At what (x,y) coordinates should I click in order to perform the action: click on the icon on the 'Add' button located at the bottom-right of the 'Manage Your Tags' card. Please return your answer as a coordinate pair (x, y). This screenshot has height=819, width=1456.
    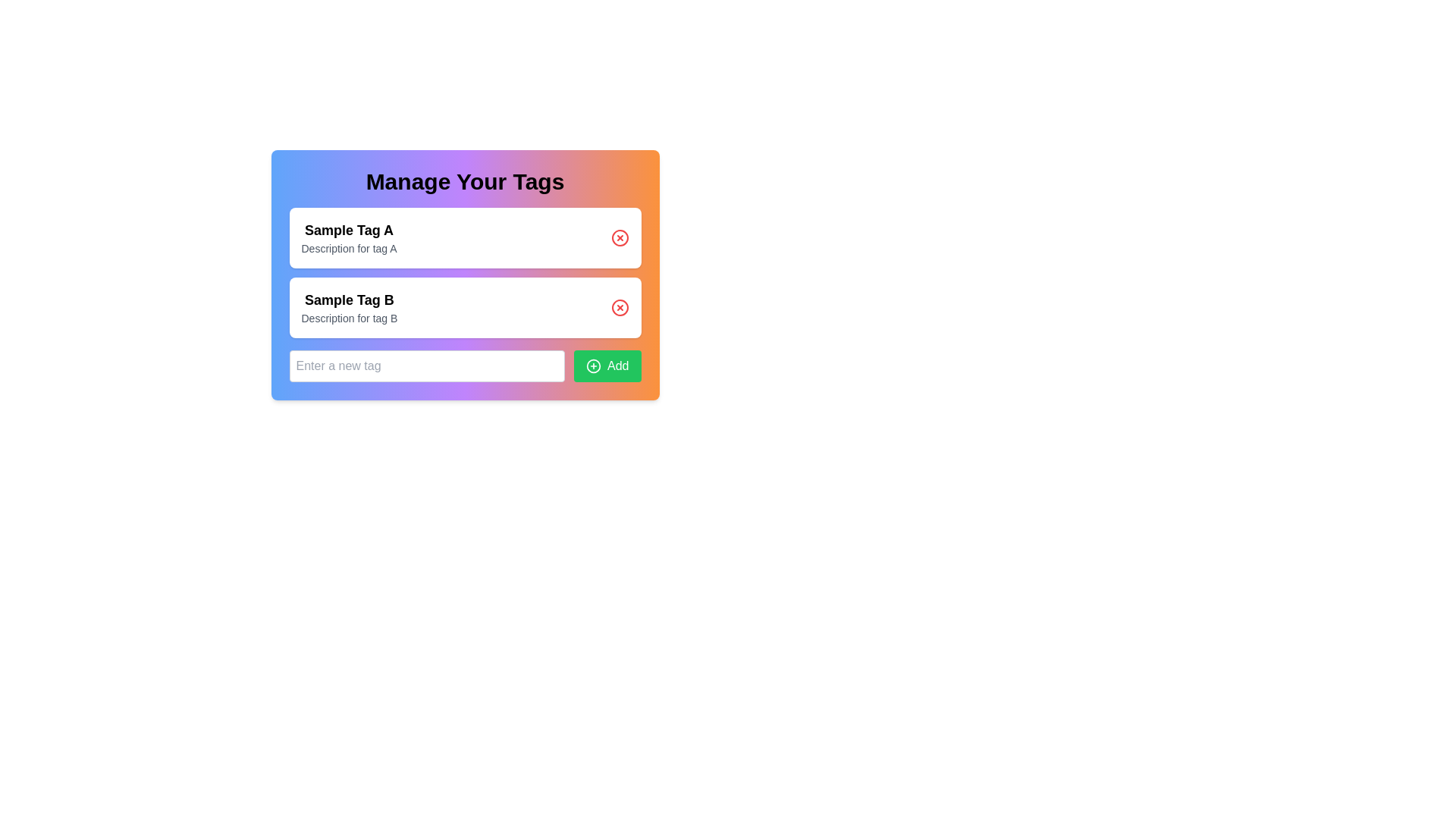
    Looking at the image, I should click on (592, 366).